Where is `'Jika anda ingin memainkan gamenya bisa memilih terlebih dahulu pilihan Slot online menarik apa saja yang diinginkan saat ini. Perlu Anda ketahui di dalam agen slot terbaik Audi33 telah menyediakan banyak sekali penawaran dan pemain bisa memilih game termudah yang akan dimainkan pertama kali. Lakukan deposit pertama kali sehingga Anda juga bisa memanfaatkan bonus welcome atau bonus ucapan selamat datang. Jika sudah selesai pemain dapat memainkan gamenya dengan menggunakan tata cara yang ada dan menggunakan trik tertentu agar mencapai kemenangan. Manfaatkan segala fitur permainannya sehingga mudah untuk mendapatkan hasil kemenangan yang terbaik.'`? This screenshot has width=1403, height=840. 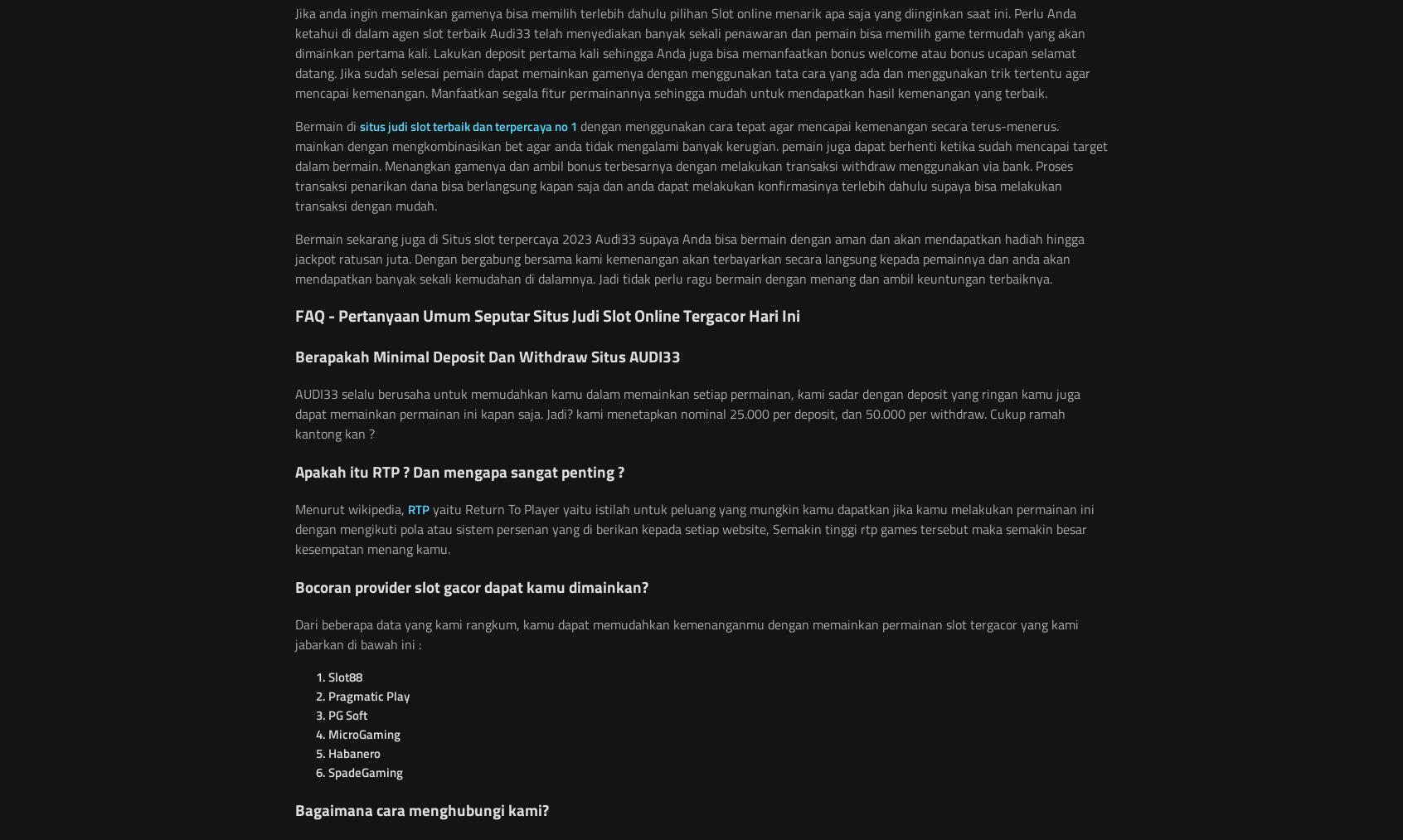 'Jika anda ingin memainkan gamenya bisa memilih terlebih dahulu pilihan Slot online menarik apa saja yang diinginkan saat ini. Perlu Anda ketahui di dalam agen slot terbaik Audi33 telah menyediakan banyak sekali penawaran dan pemain bisa memilih game termudah yang akan dimainkan pertama kali. Lakukan deposit pertama kali sehingga Anda juga bisa memanfaatkan bonus welcome atau bonus ucapan selamat datang. Jika sudah selesai pemain dapat memainkan gamenya dengan menggunakan tata cara yang ada dan menggunakan trik tertentu agar mencapai kemenangan. Manfaatkan segala fitur permainannya sehingga mudah untuk mendapatkan hasil kemenangan yang terbaik.' is located at coordinates (692, 52).